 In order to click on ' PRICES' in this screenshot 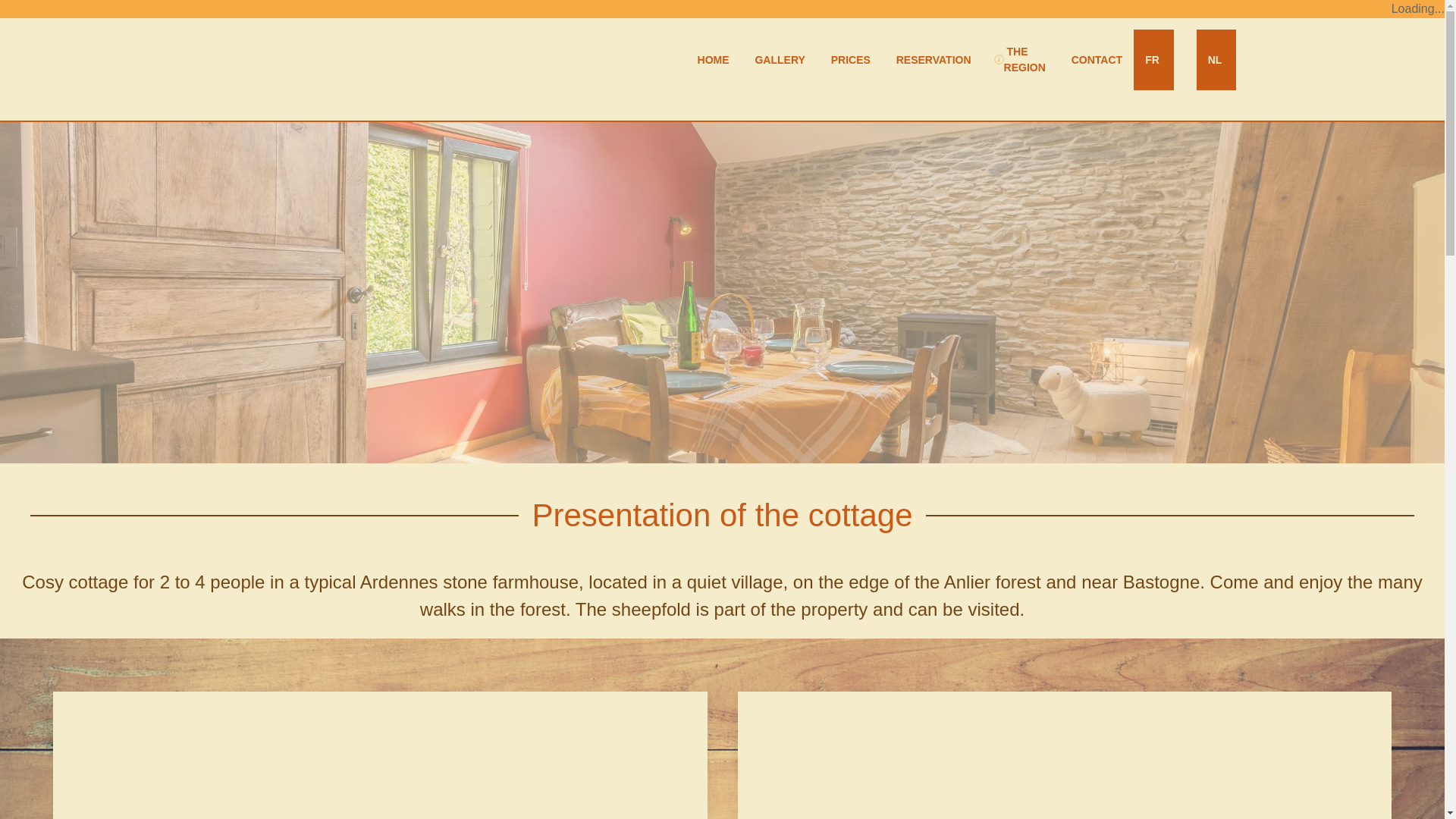, I will do `click(848, 58)`.